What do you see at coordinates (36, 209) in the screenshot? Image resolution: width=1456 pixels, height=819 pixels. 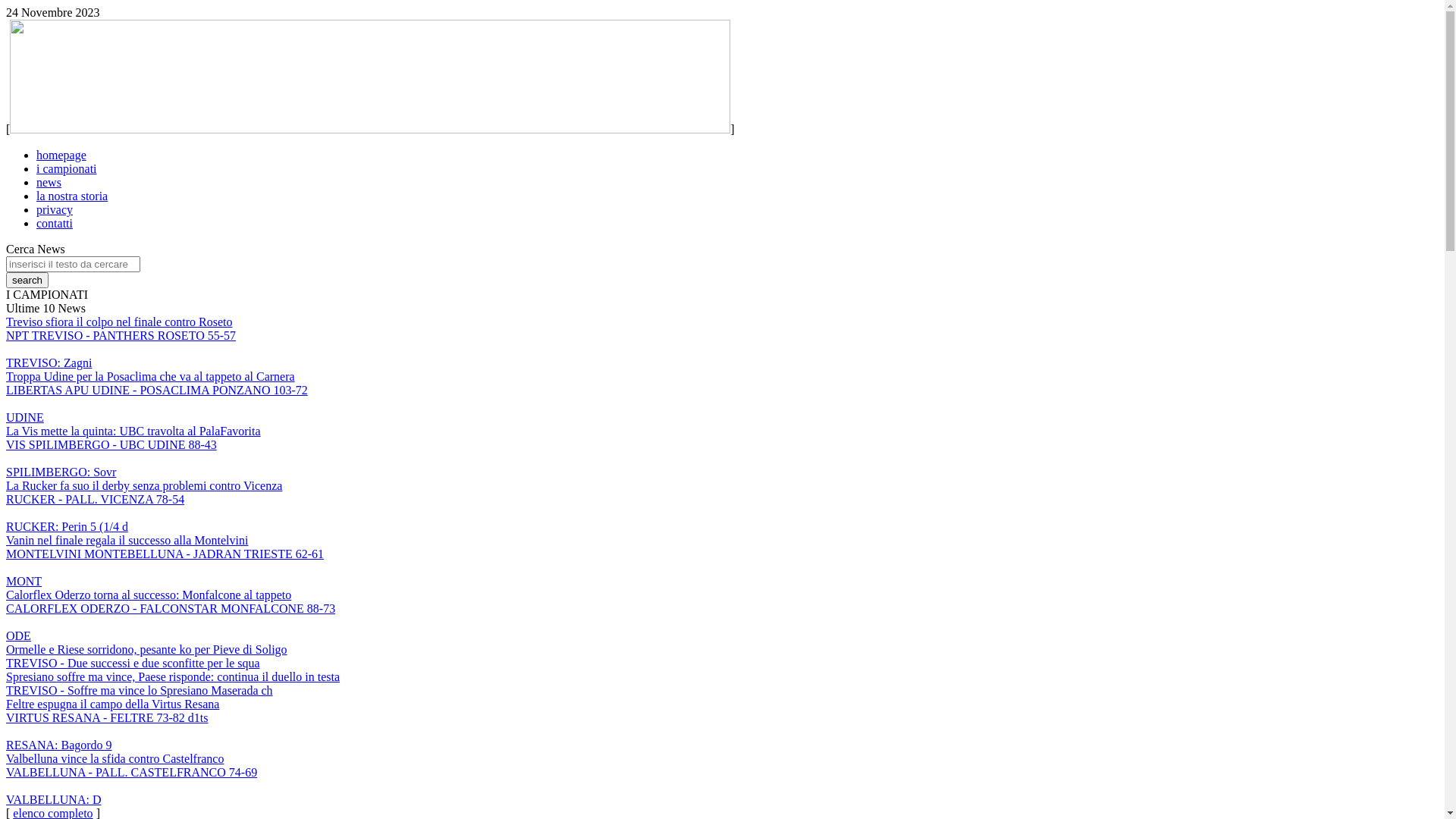 I see `'privacy'` at bounding box center [36, 209].